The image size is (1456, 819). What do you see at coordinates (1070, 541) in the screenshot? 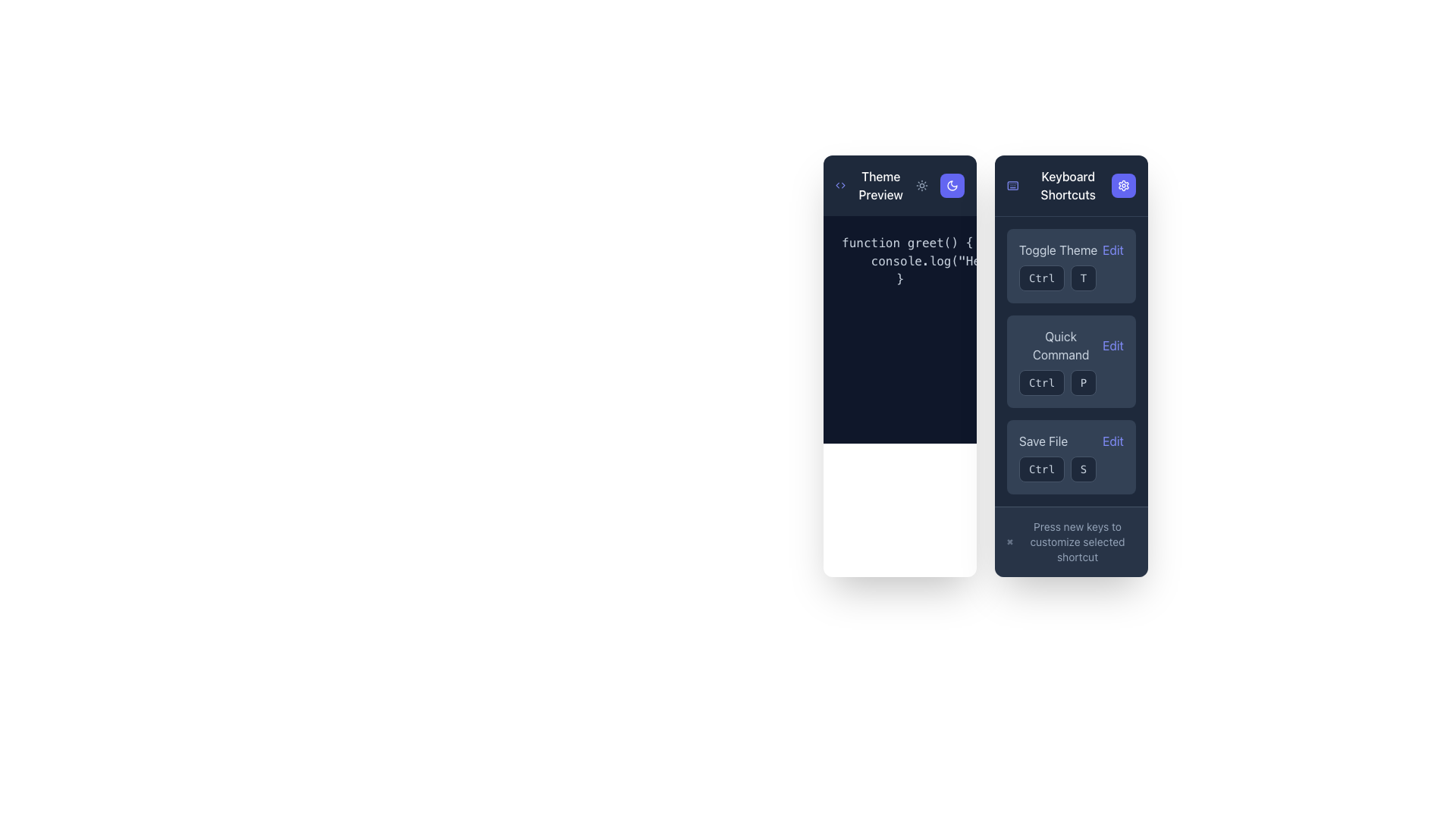
I see `the instructional text located at the bottom of the 'Keyboard Shortcuts' panel` at bounding box center [1070, 541].